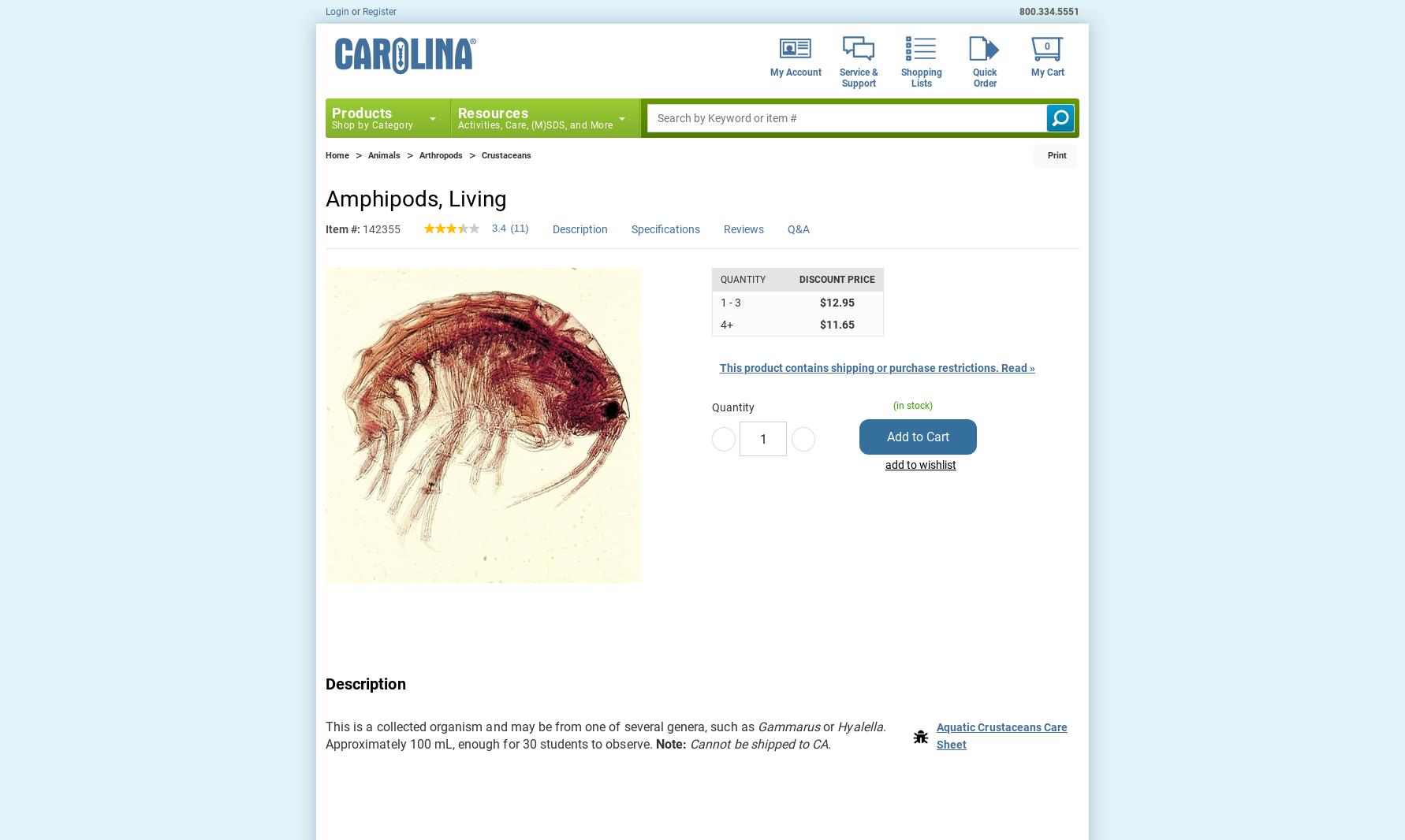 The width and height of the screenshot is (1405, 840). Describe the element at coordinates (1049, 11) in the screenshot. I see `'800.334.5551'` at that location.